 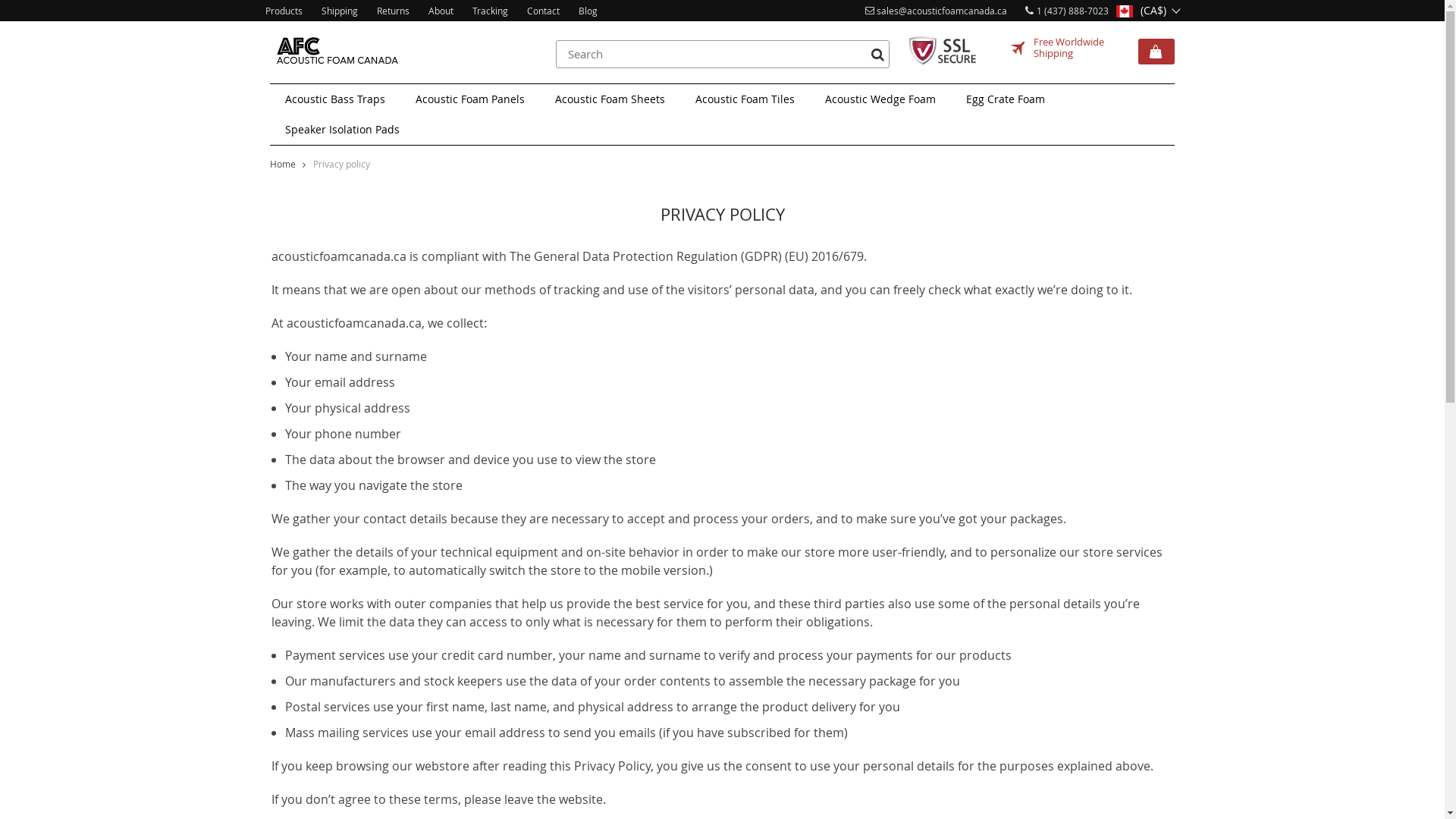 I want to click on 'Acoustic Foam Sheets', so click(x=610, y=99).